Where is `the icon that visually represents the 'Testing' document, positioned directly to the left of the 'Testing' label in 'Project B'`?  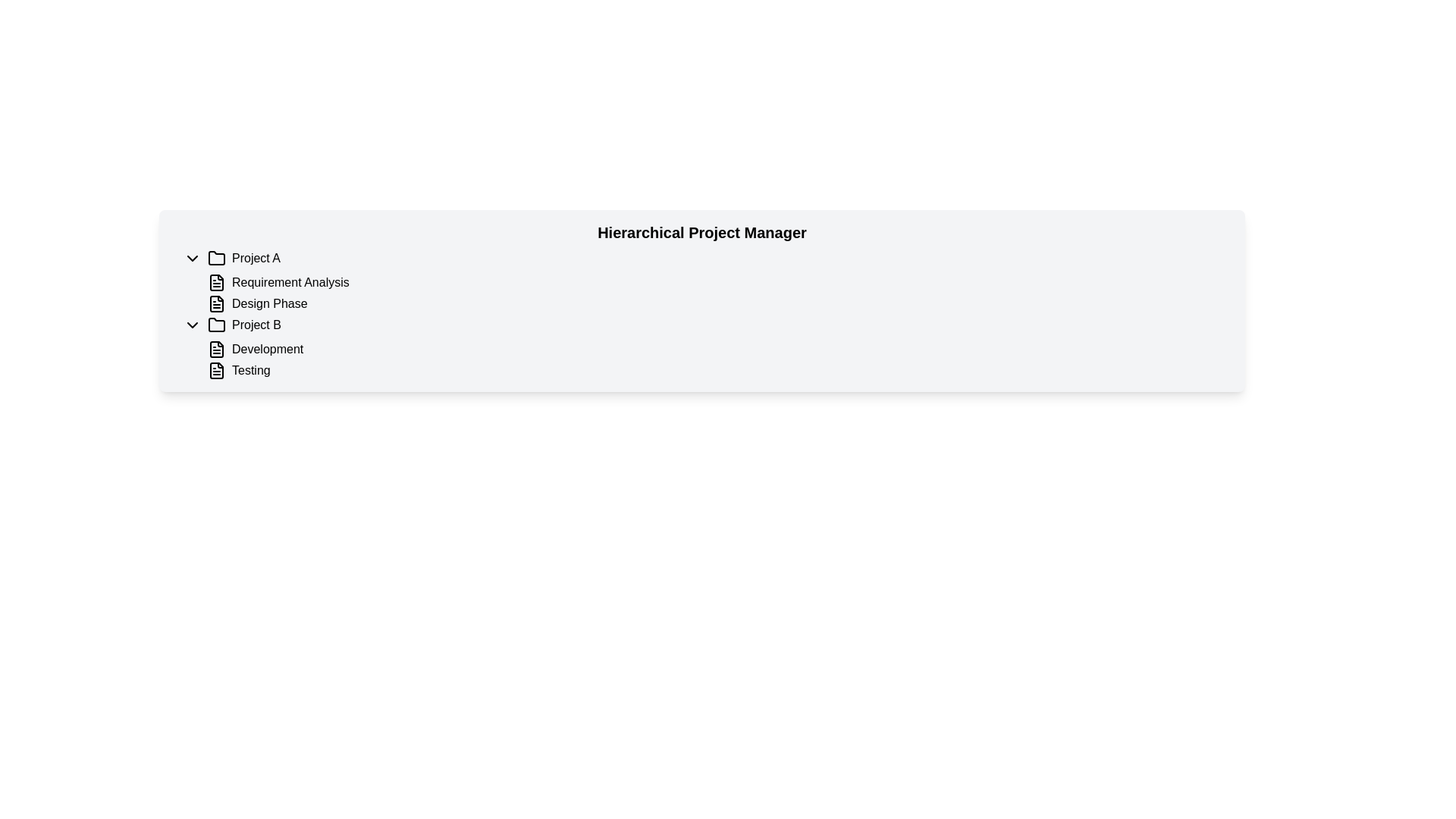 the icon that visually represents the 'Testing' document, positioned directly to the left of the 'Testing' label in 'Project B' is located at coordinates (216, 371).